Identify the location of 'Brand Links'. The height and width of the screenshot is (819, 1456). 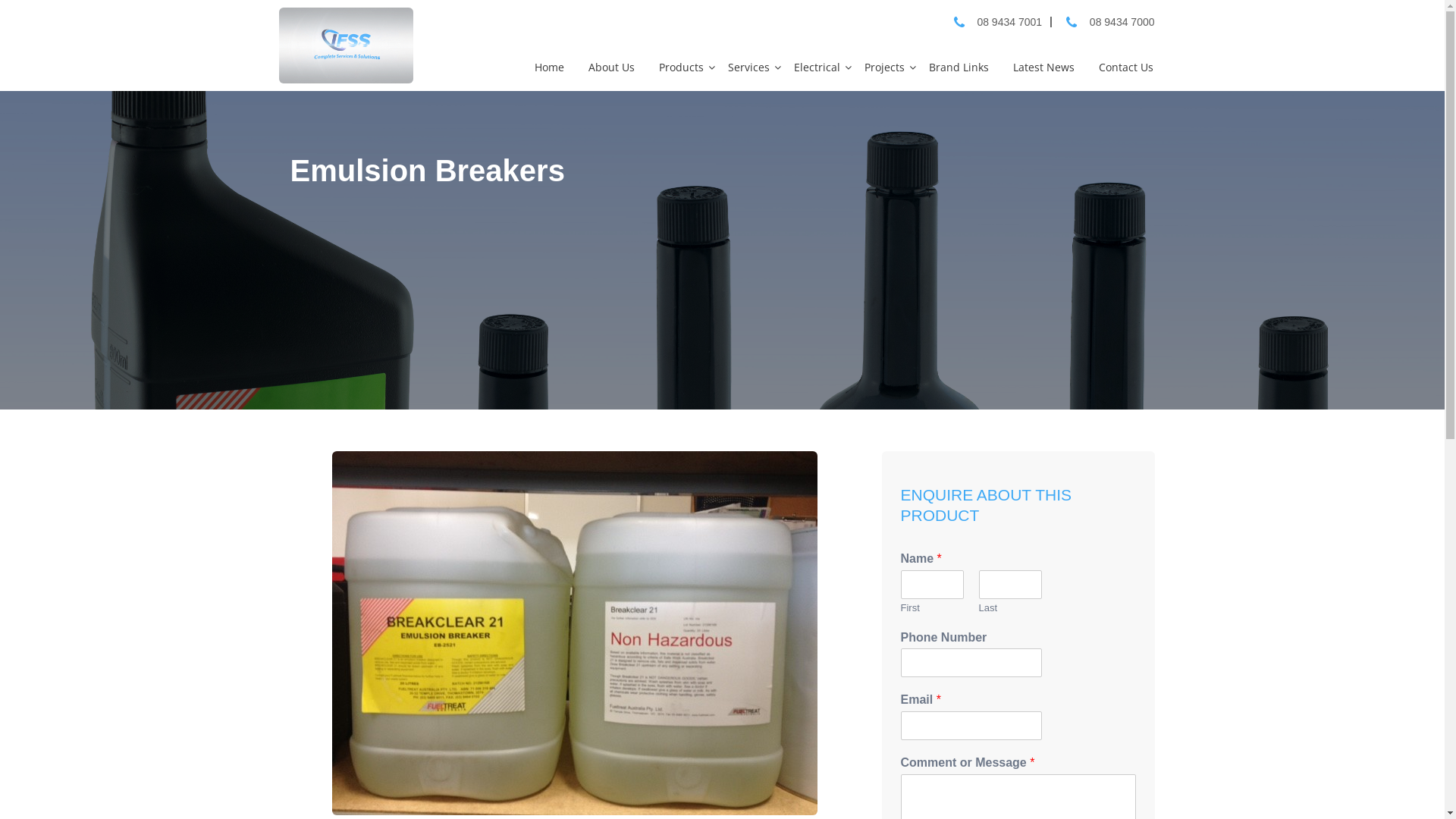
(959, 66).